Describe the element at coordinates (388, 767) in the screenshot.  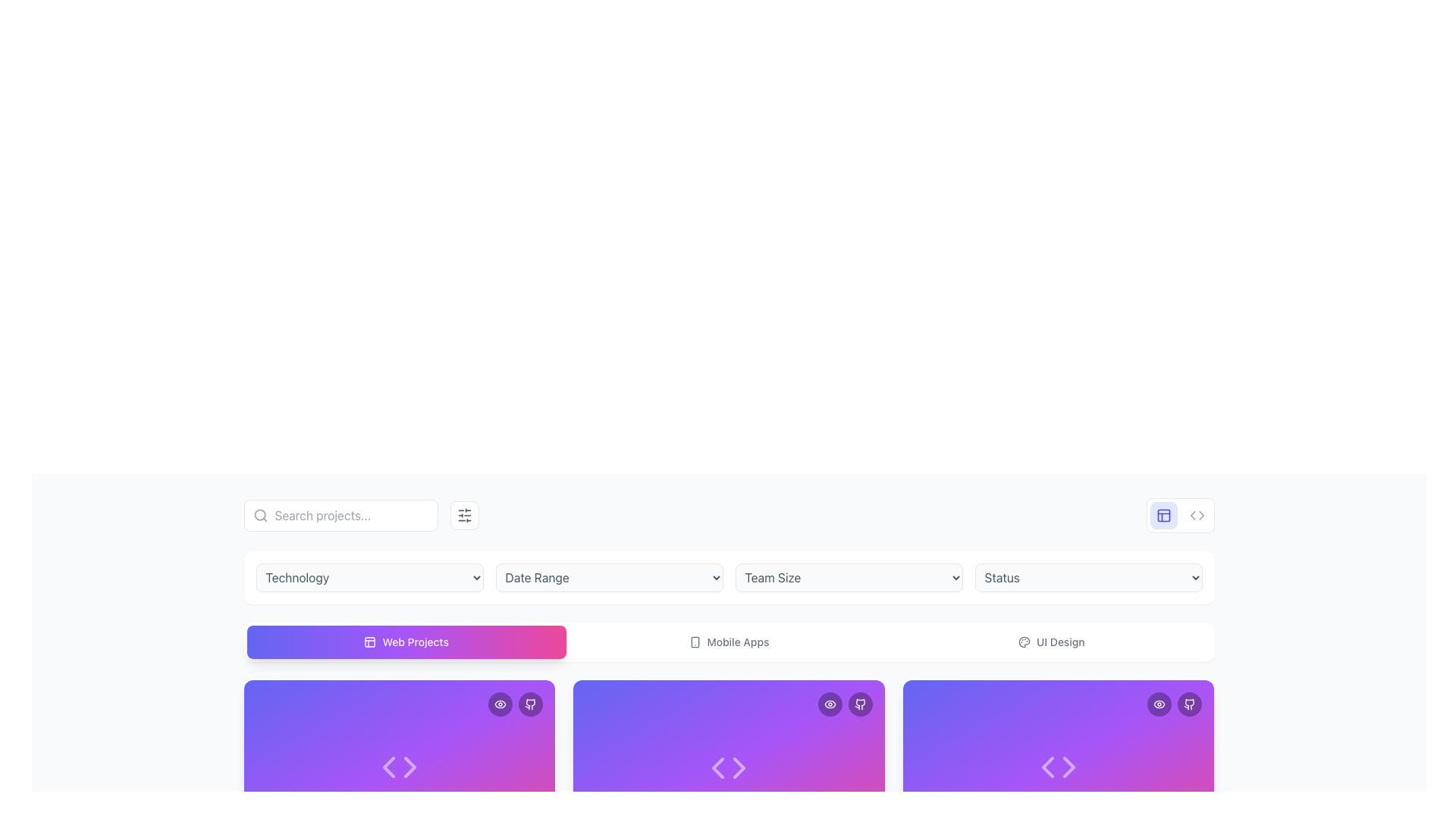
I see `the left-pointing chevron arrow button within the interactive card interface` at that location.